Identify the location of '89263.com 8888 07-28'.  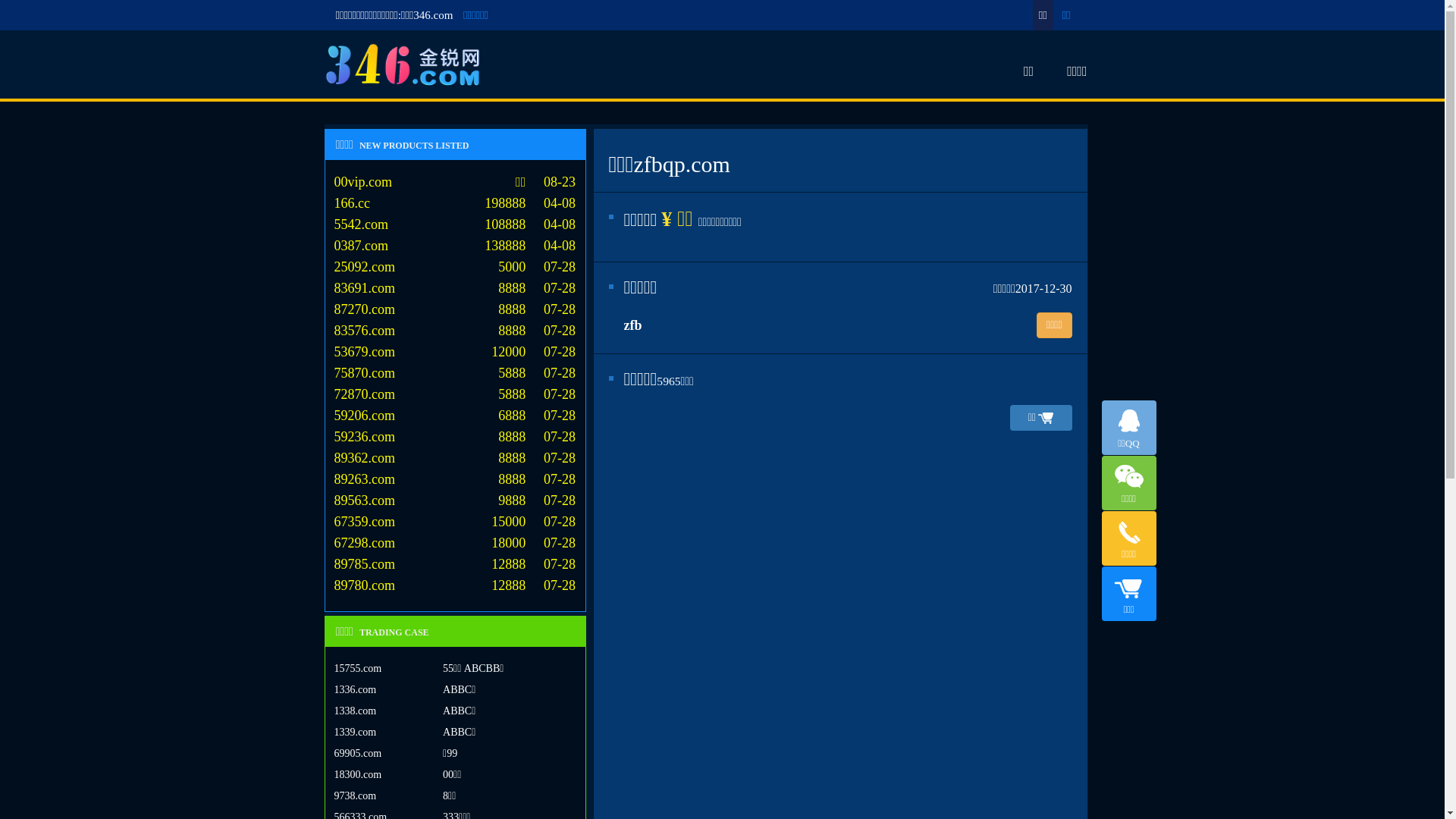
(453, 485).